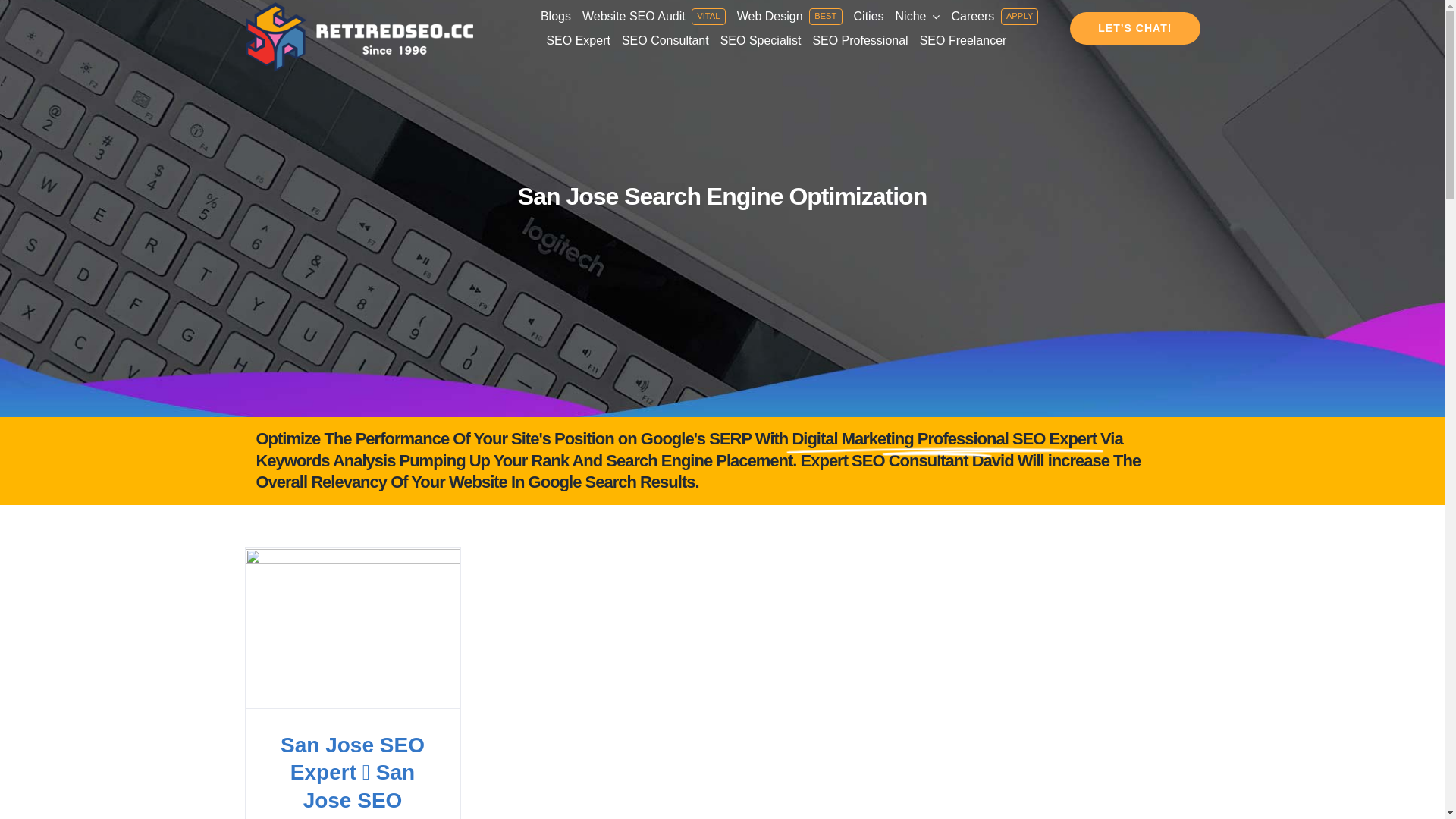 The image size is (1456, 819). What do you see at coordinates (869, 17) in the screenshot?
I see `'Cities'` at bounding box center [869, 17].